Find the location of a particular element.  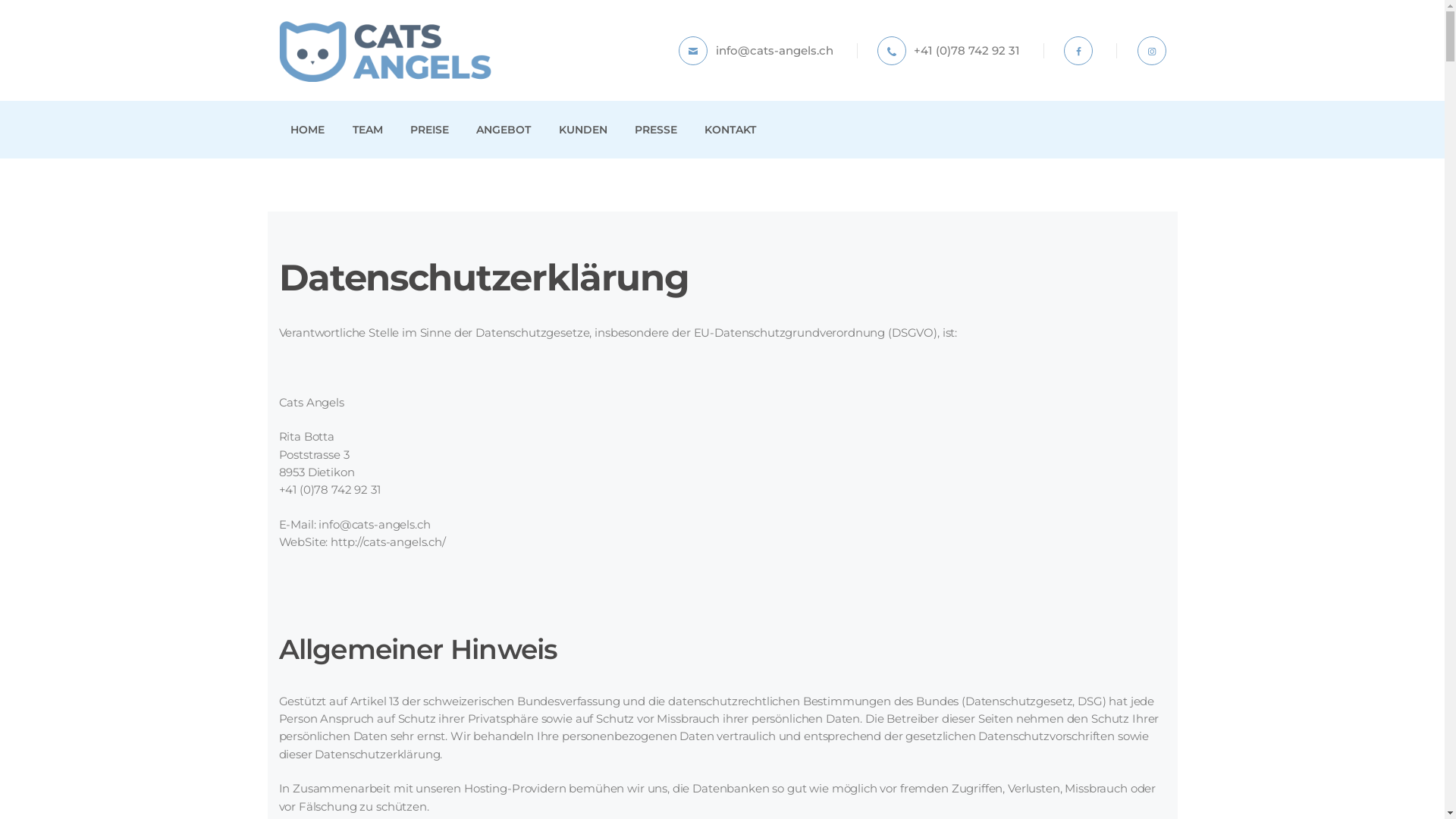

'ANGEBOT' is located at coordinates (504, 128).